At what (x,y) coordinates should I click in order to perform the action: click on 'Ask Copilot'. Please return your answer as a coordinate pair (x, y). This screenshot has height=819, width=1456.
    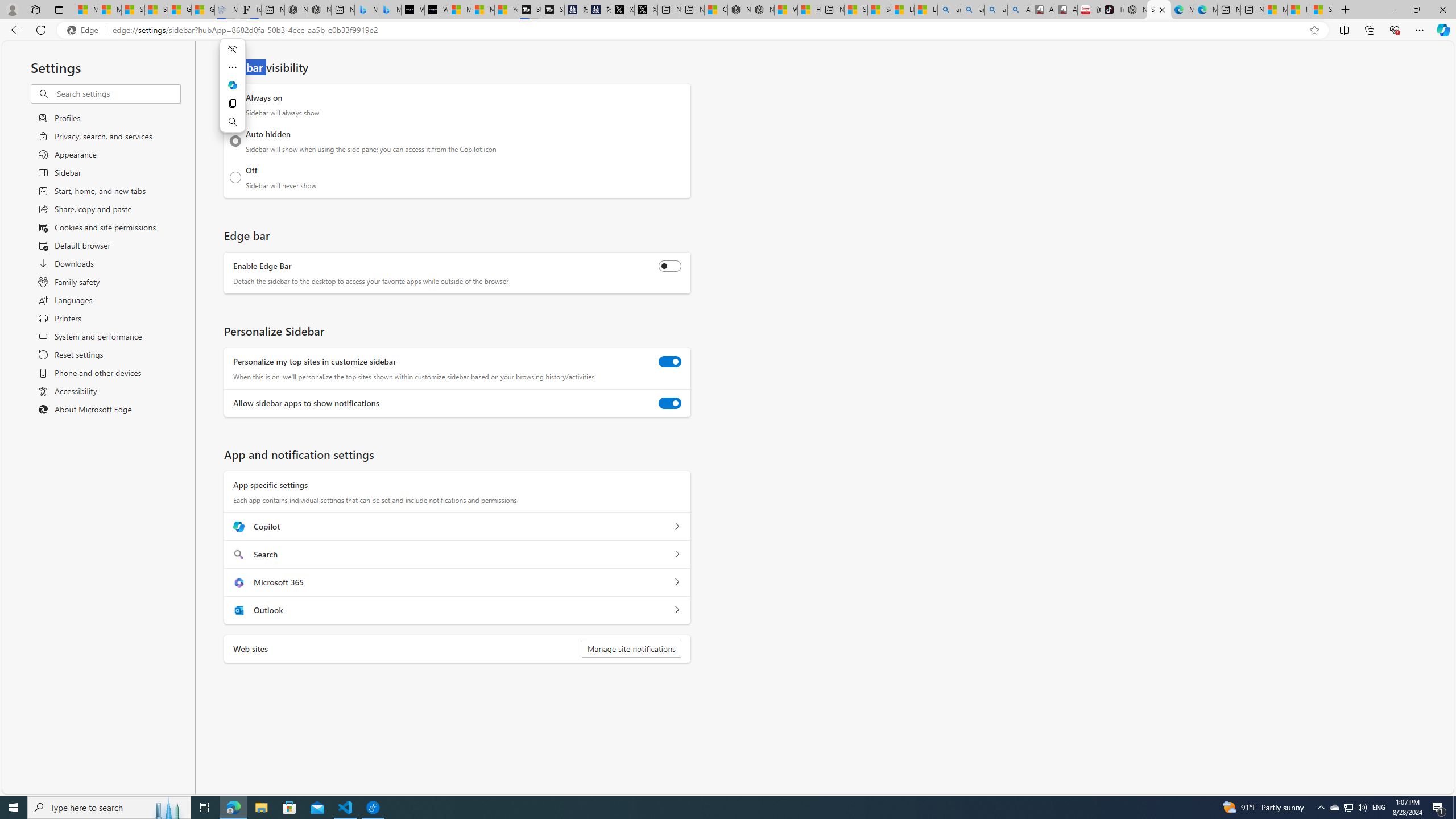
    Looking at the image, I should click on (231, 85).